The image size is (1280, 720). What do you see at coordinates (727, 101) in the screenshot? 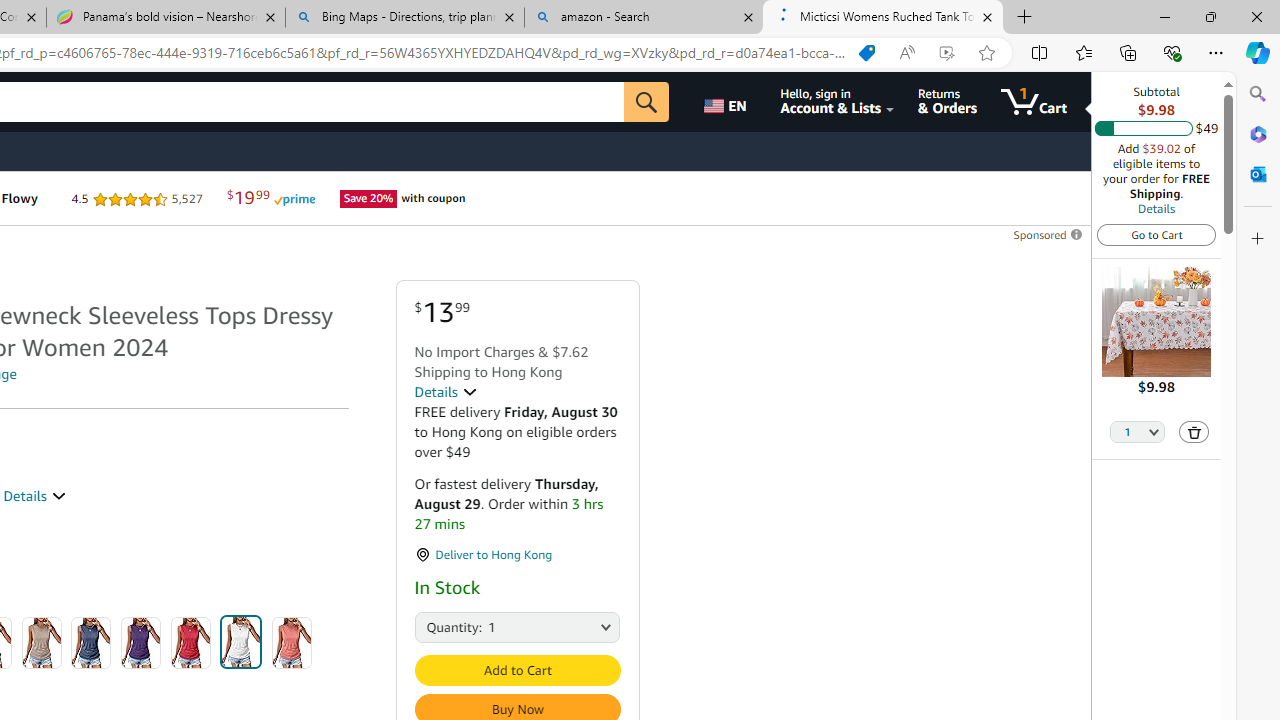
I see `'Choose a language for shopping.'` at bounding box center [727, 101].